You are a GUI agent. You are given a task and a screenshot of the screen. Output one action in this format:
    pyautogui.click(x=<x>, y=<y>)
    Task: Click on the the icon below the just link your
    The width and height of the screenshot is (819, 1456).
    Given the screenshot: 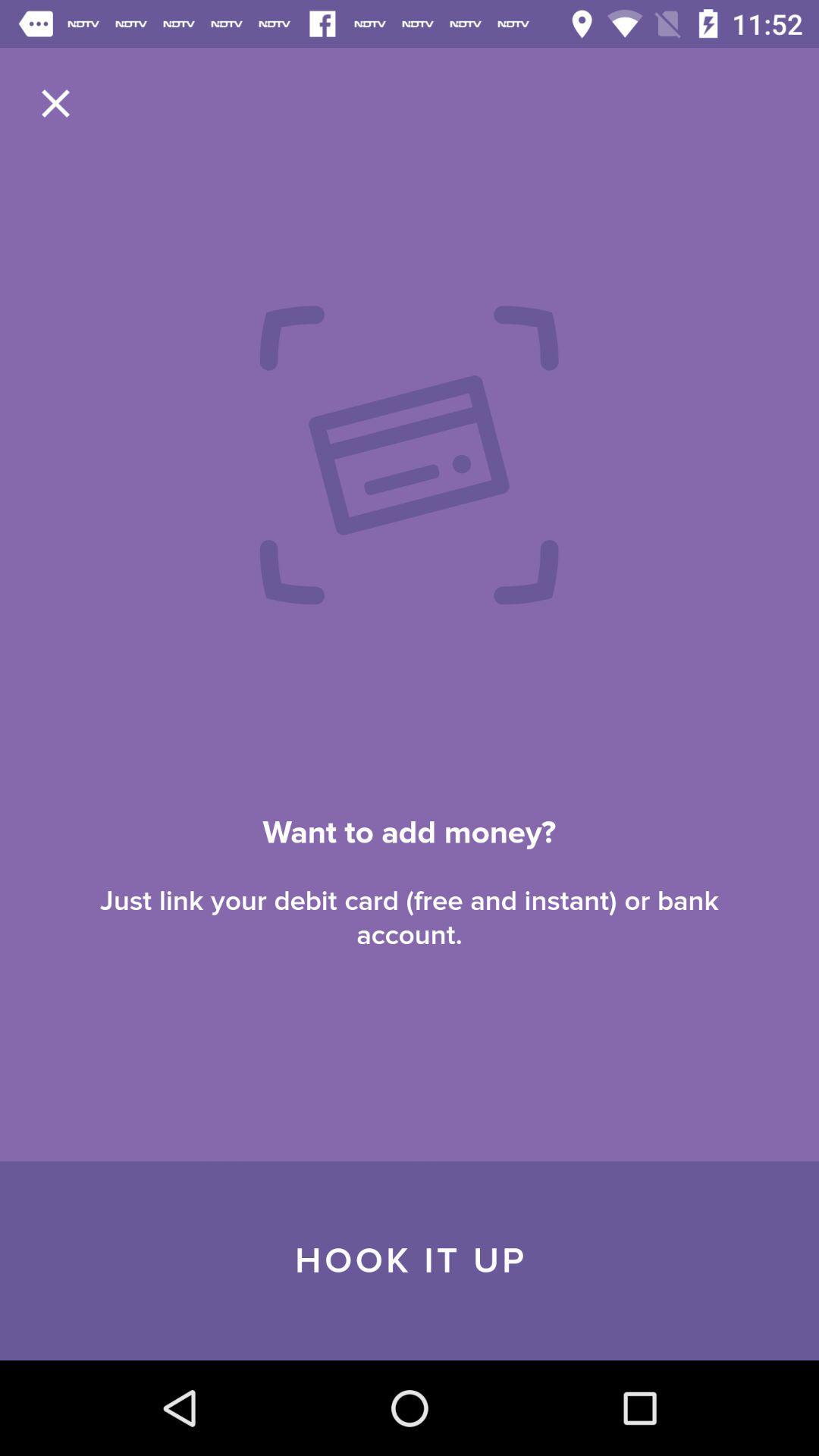 What is the action you would take?
    pyautogui.click(x=409, y=1260)
    